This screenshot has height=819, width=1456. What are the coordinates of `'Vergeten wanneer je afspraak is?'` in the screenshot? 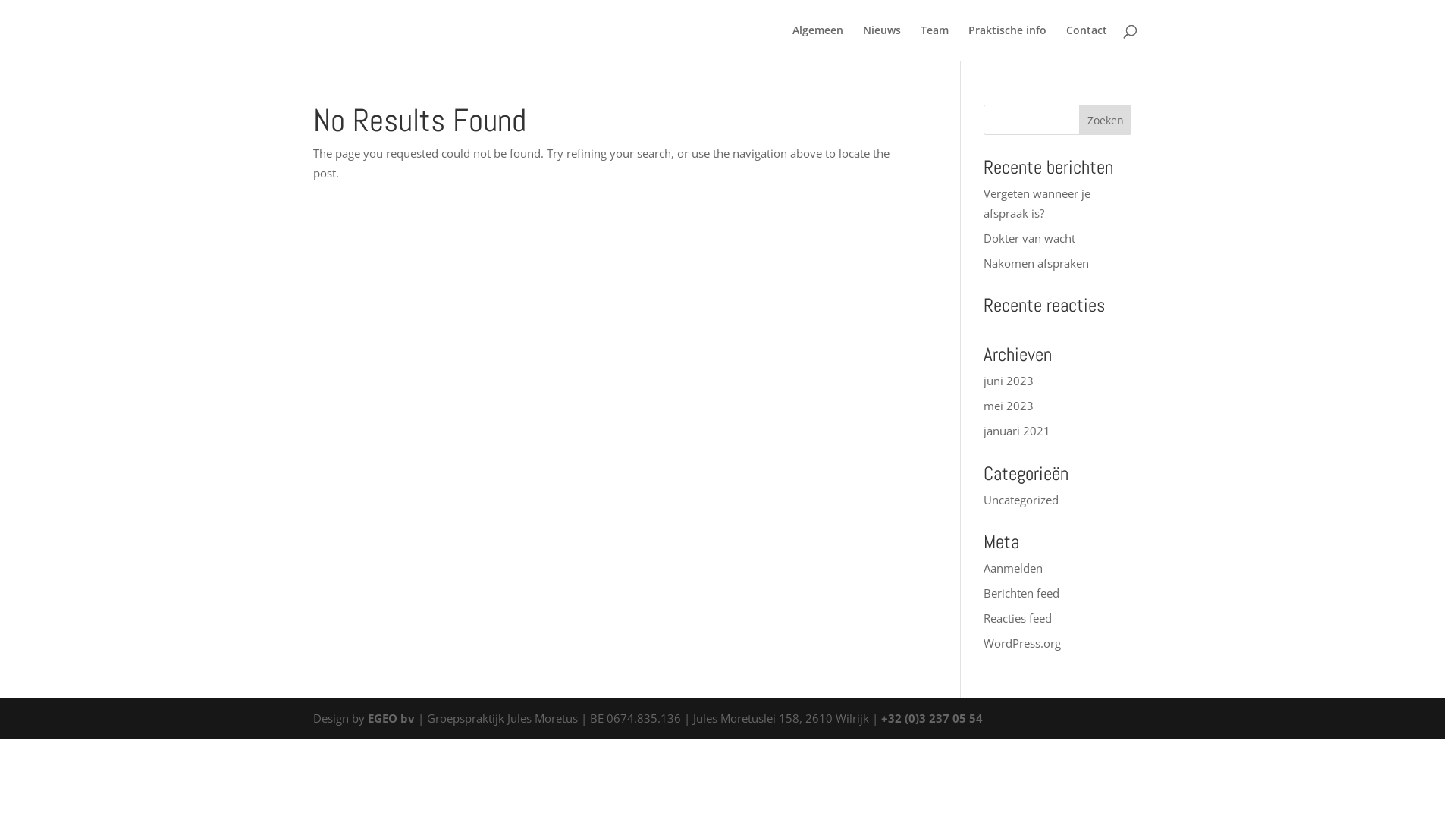 It's located at (1036, 202).